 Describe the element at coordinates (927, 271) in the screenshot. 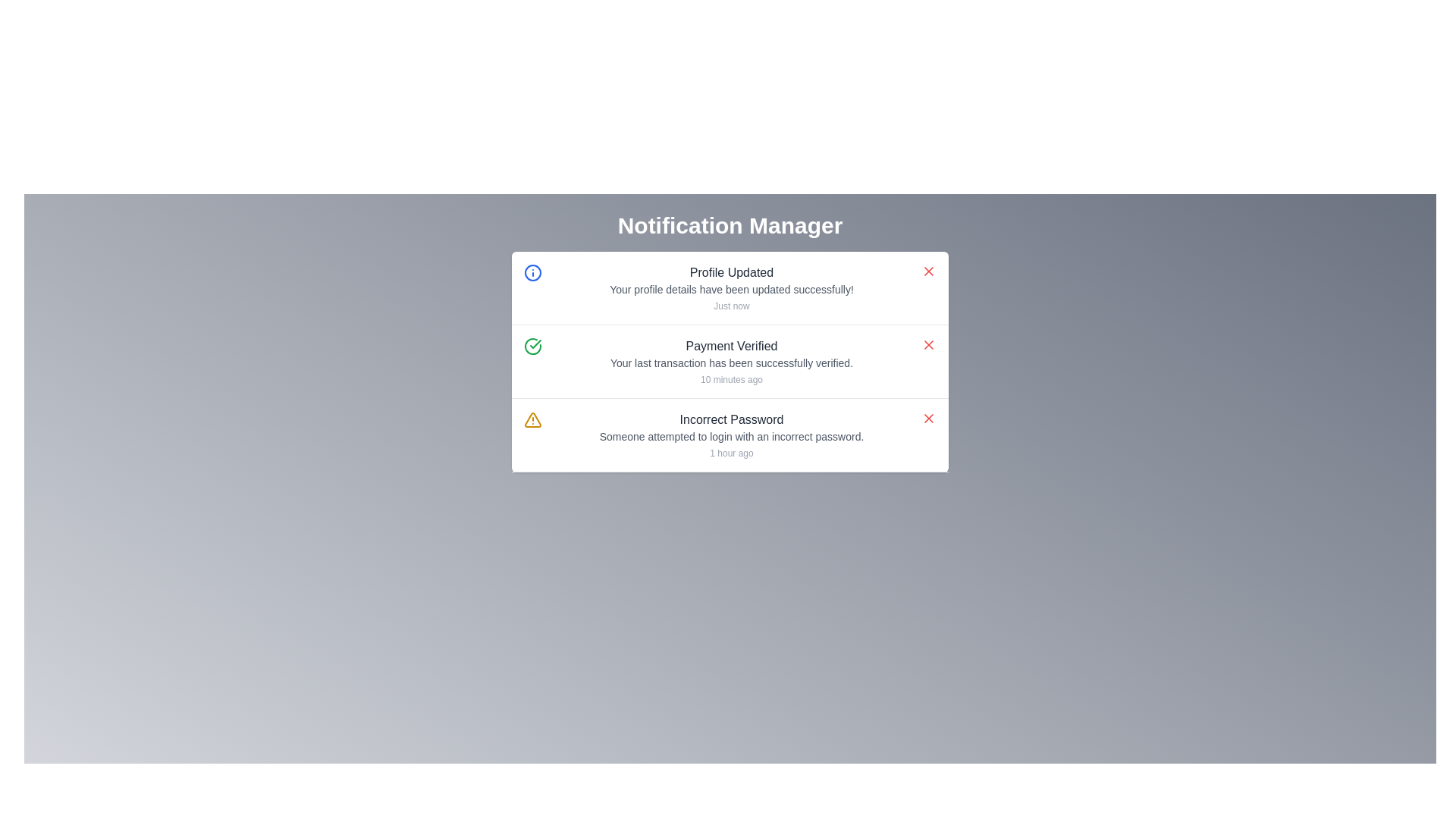

I see `the minimalistic red 'X' icon button located in the upper-right corner of the 'Profile Updated' notification card` at that location.